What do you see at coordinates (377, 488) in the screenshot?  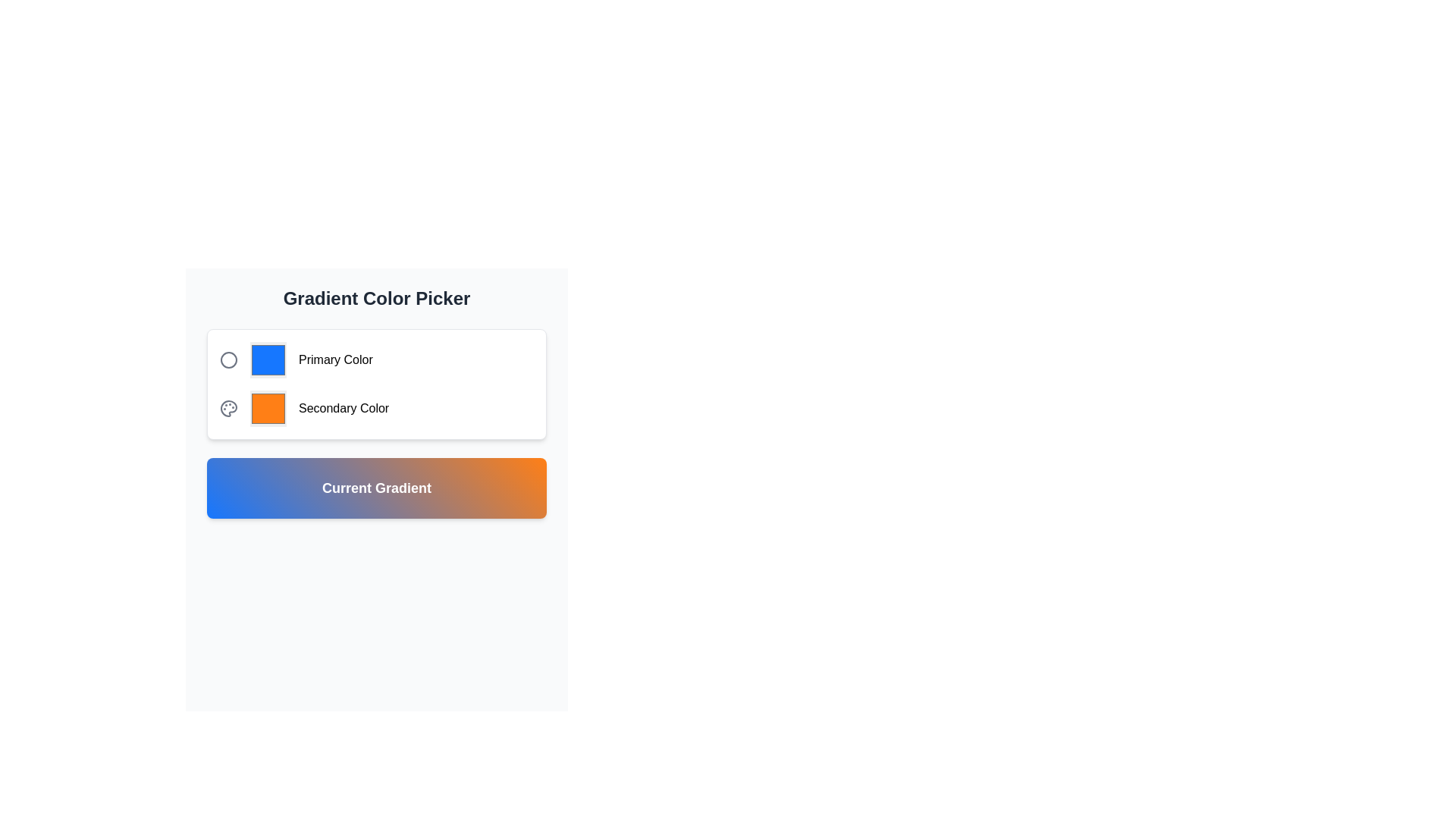 I see `the text label 'Current Gradient' which serves as a descriptor for the gradient section, located below the 'Primary Color' and 'Secondary Color' selectors` at bounding box center [377, 488].